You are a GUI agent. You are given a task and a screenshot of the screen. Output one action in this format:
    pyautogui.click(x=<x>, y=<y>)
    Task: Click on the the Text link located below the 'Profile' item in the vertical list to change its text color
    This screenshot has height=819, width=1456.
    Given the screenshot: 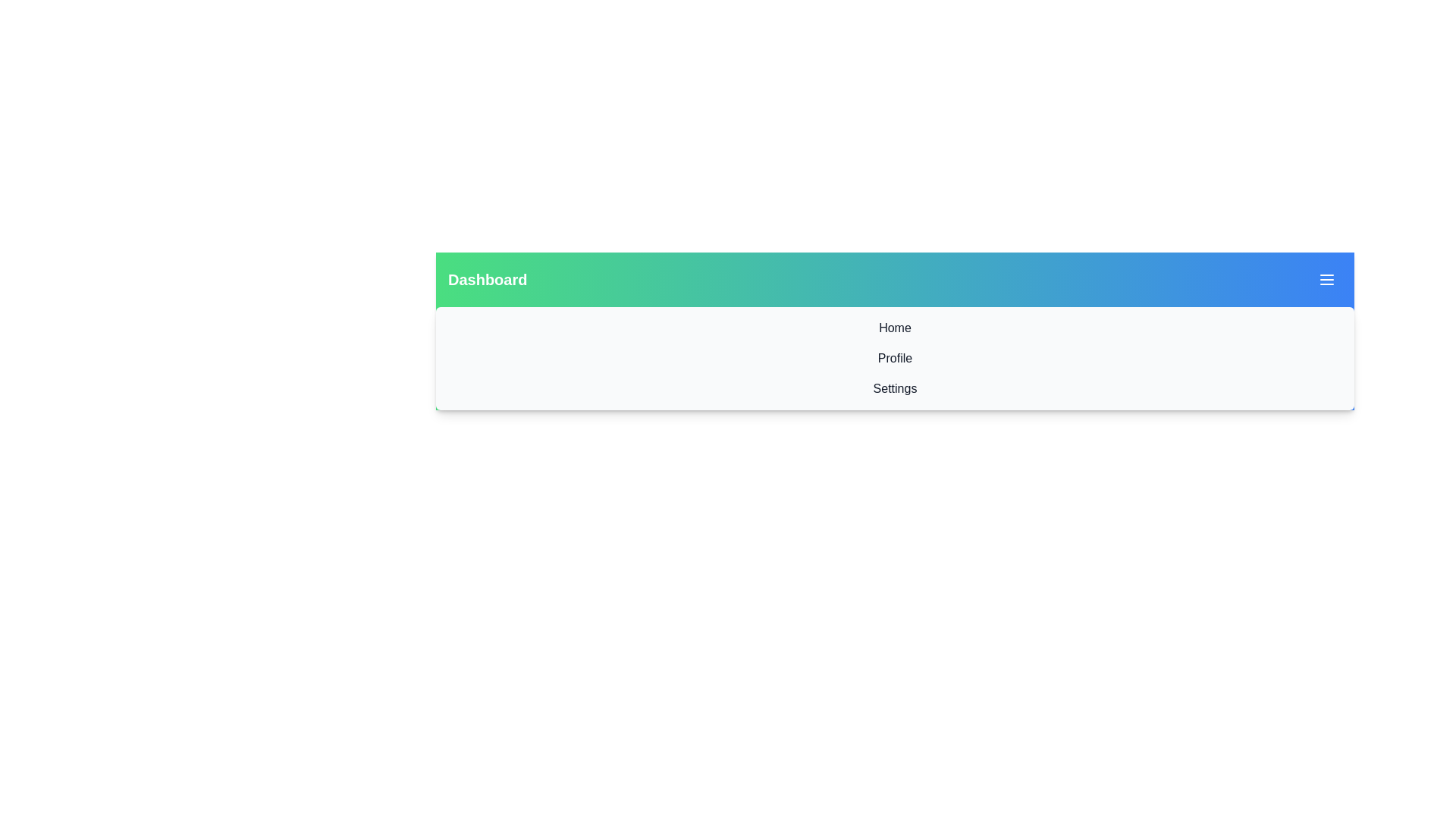 What is the action you would take?
    pyautogui.click(x=895, y=388)
    